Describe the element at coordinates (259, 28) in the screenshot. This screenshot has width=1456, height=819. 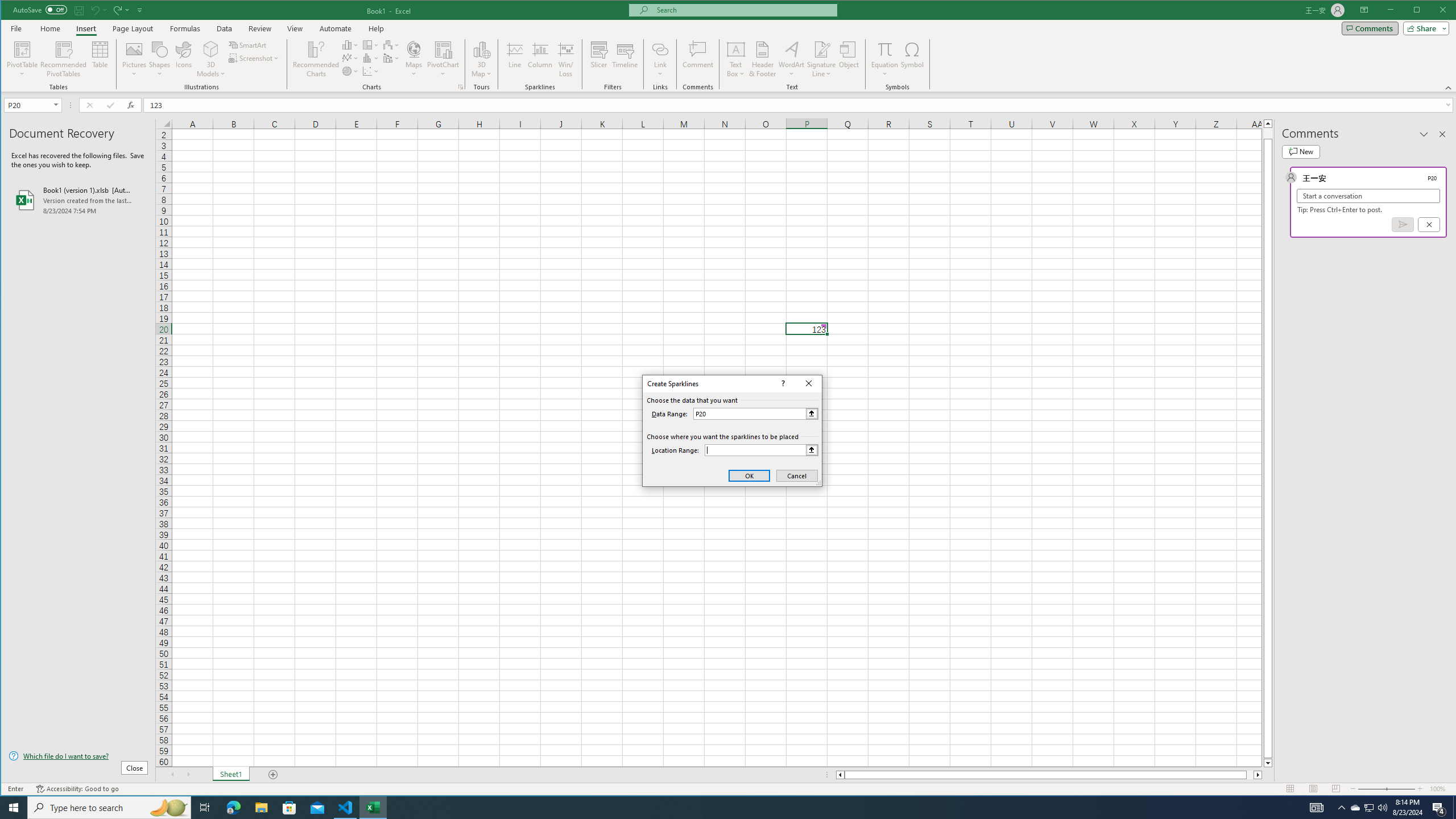
I see `'Review'` at that location.